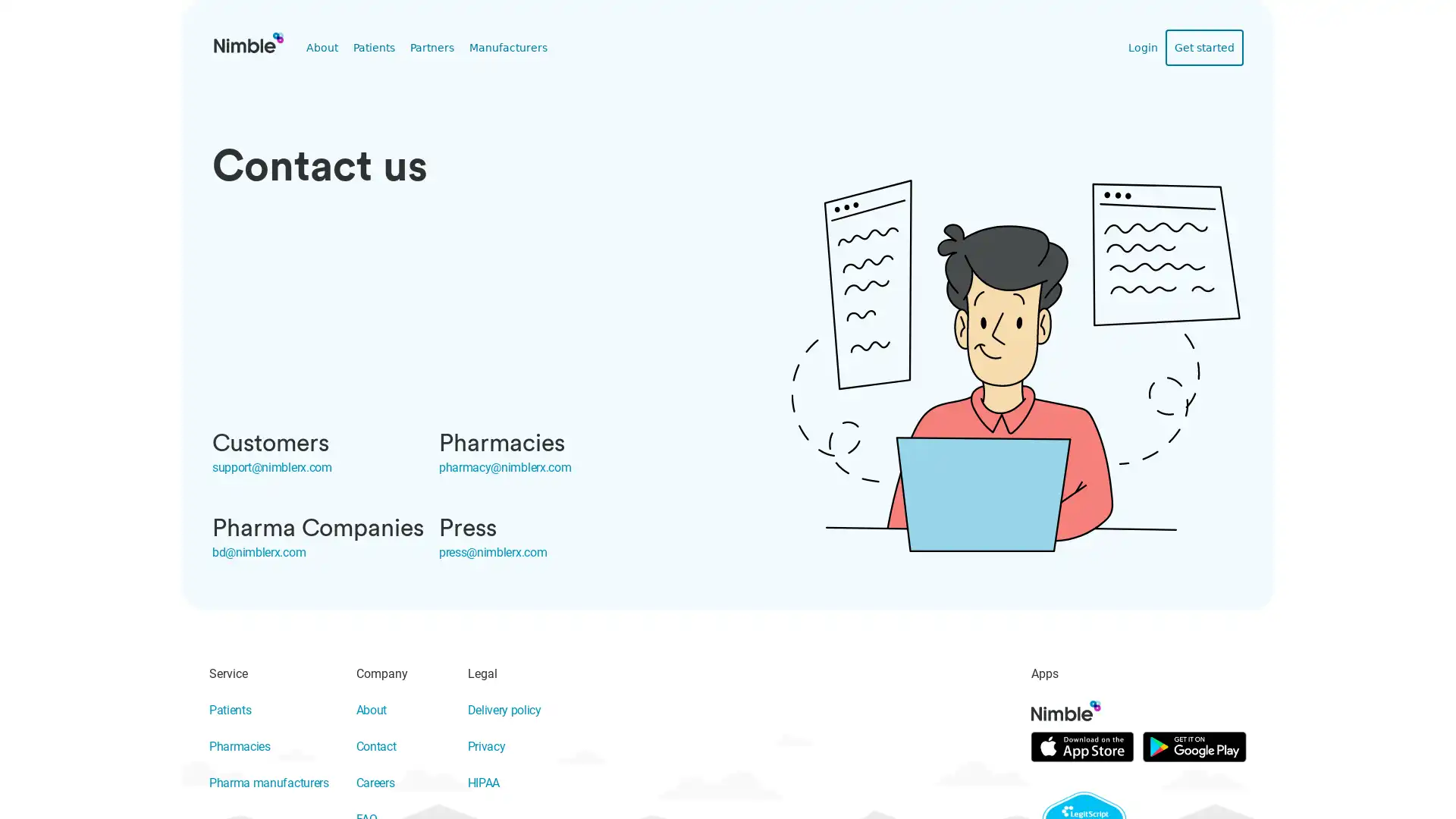 Image resolution: width=1456 pixels, height=819 pixels. What do you see at coordinates (320, 45) in the screenshot?
I see `About` at bounding box center [320, 45].